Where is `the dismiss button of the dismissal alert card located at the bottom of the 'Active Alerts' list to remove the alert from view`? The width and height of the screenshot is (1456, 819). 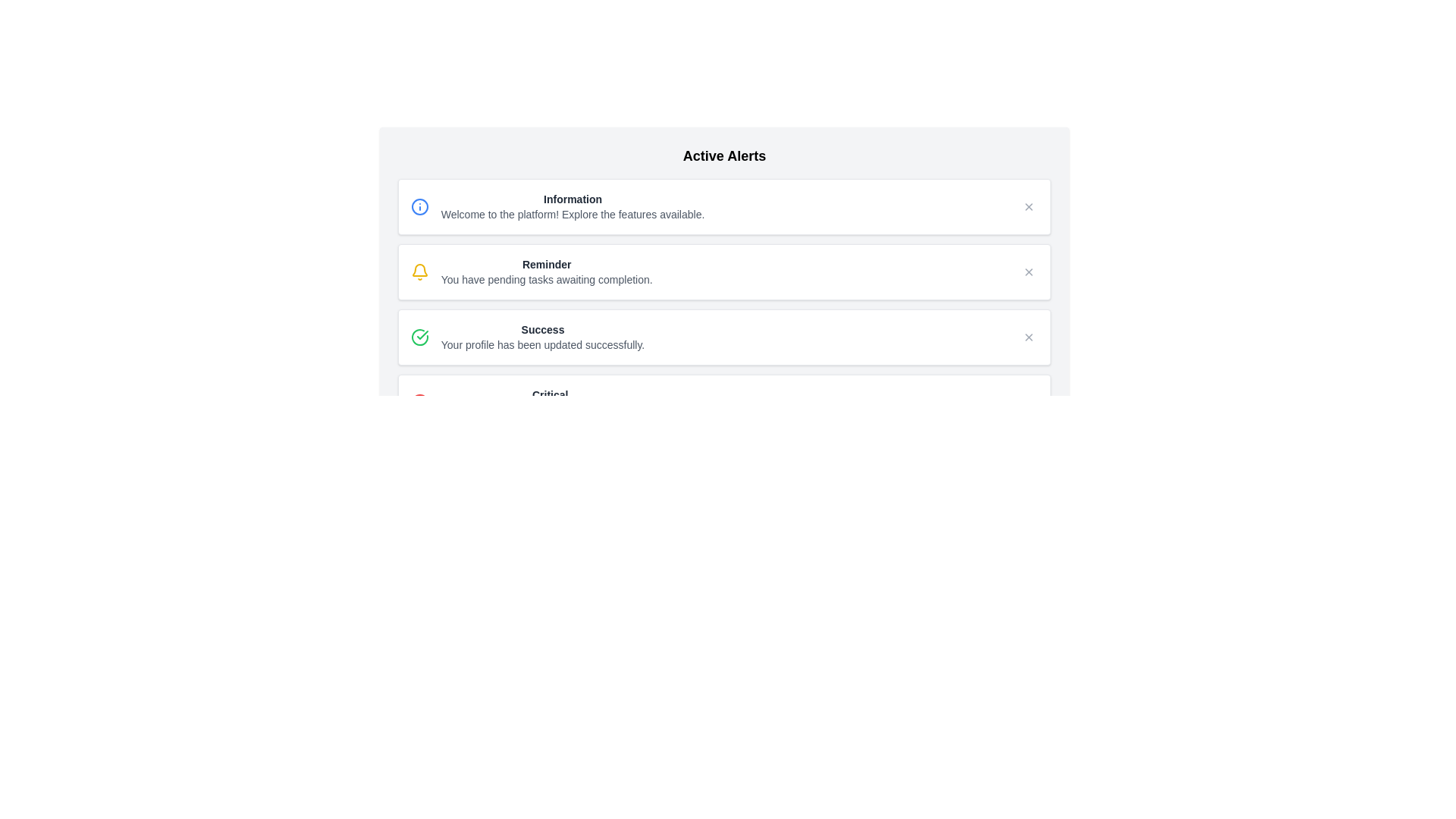
the dismiss button of the dismissal alert card located at the bottom of the 'Active Alerts' list to remove the alert from view is located at coordinates (723, 402).